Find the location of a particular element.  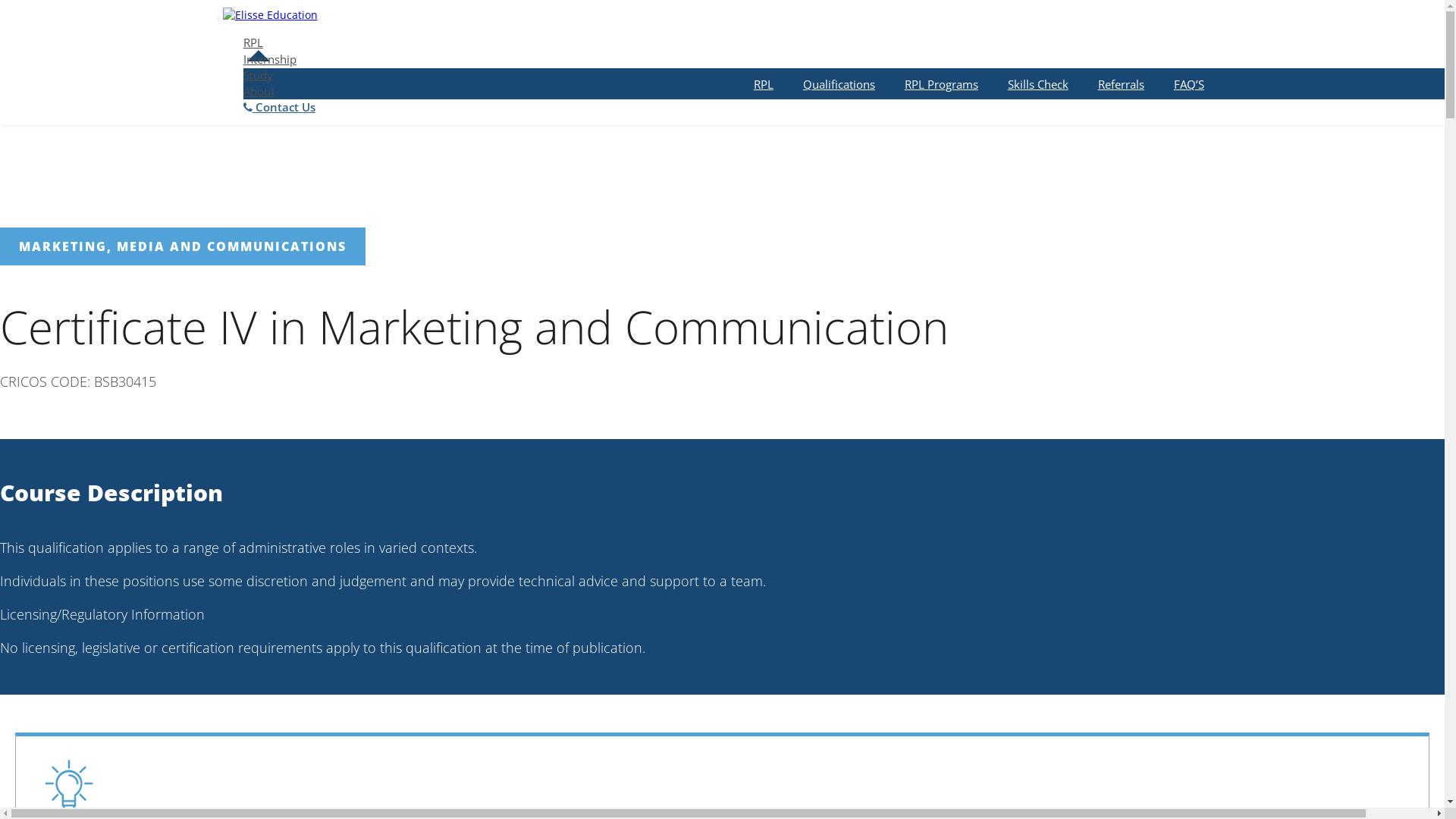

'Referrals' is located at coordinates (1121, 84).